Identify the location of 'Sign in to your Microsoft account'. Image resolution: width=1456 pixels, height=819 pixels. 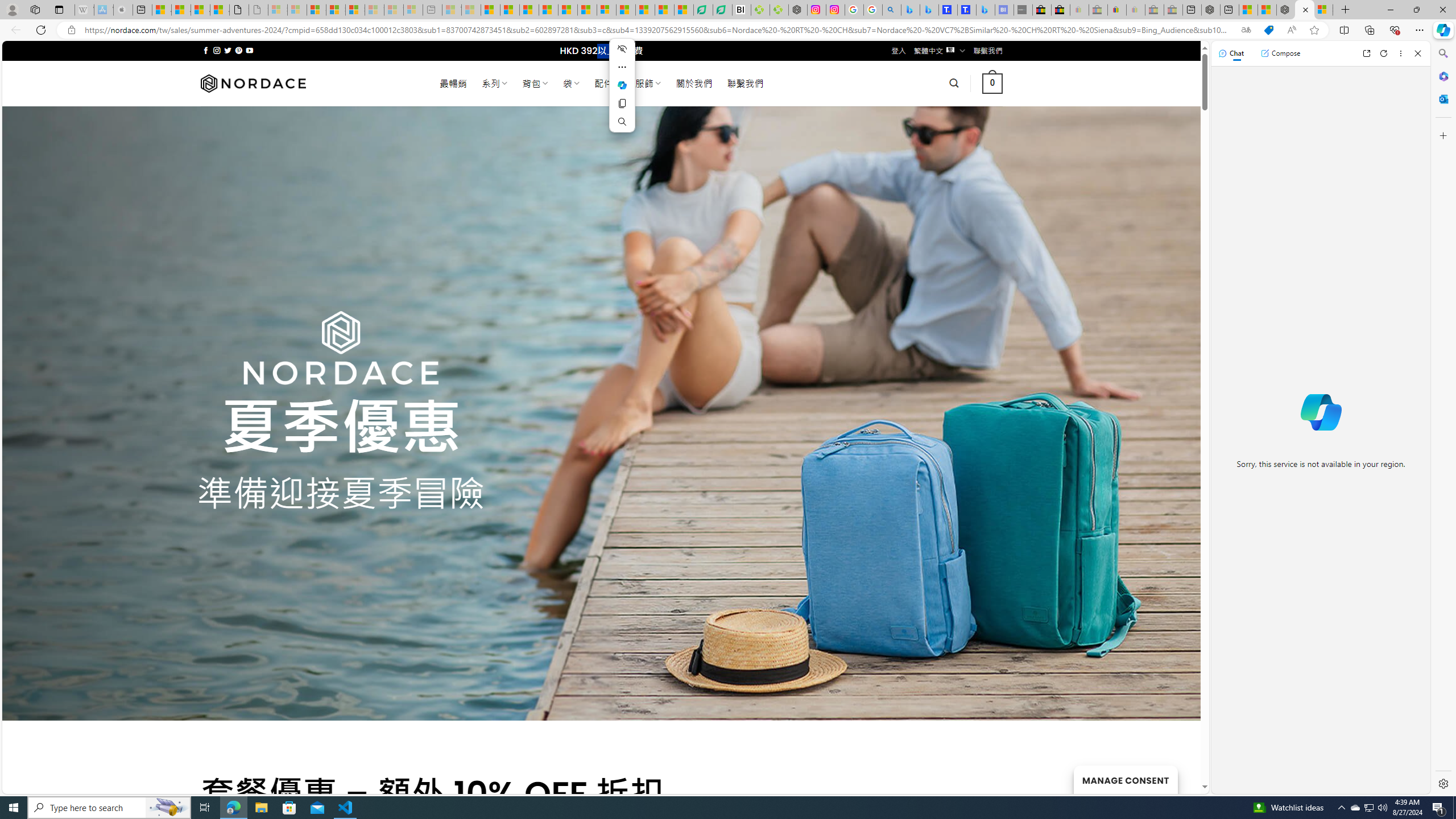
(1323, 9).